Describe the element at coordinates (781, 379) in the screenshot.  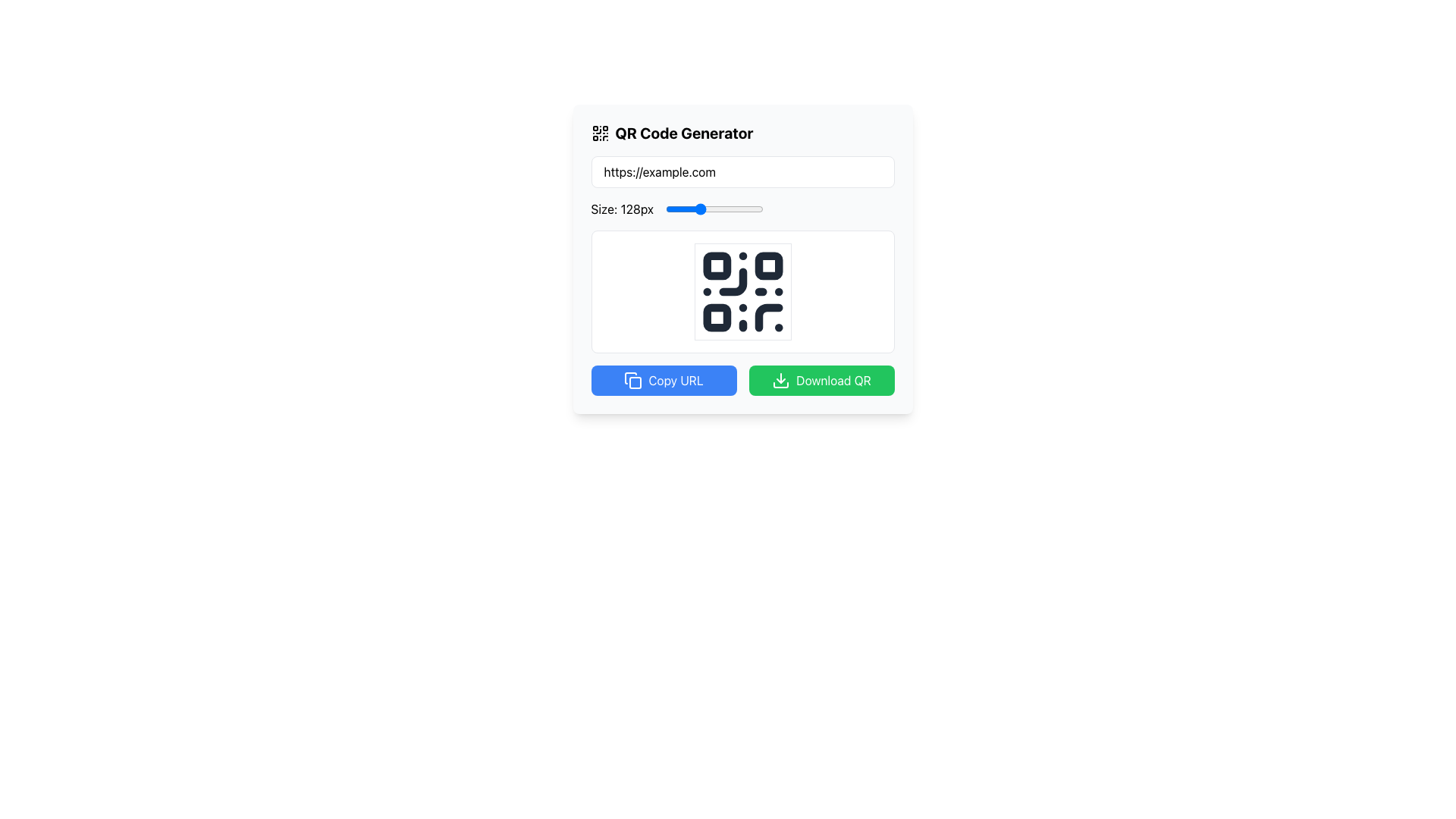
I see `the line-style download icon, which is a downward-pointing arrow over a rectangular base, located within the green 'Download QR' button at the bottom-right of the interface` at that location.